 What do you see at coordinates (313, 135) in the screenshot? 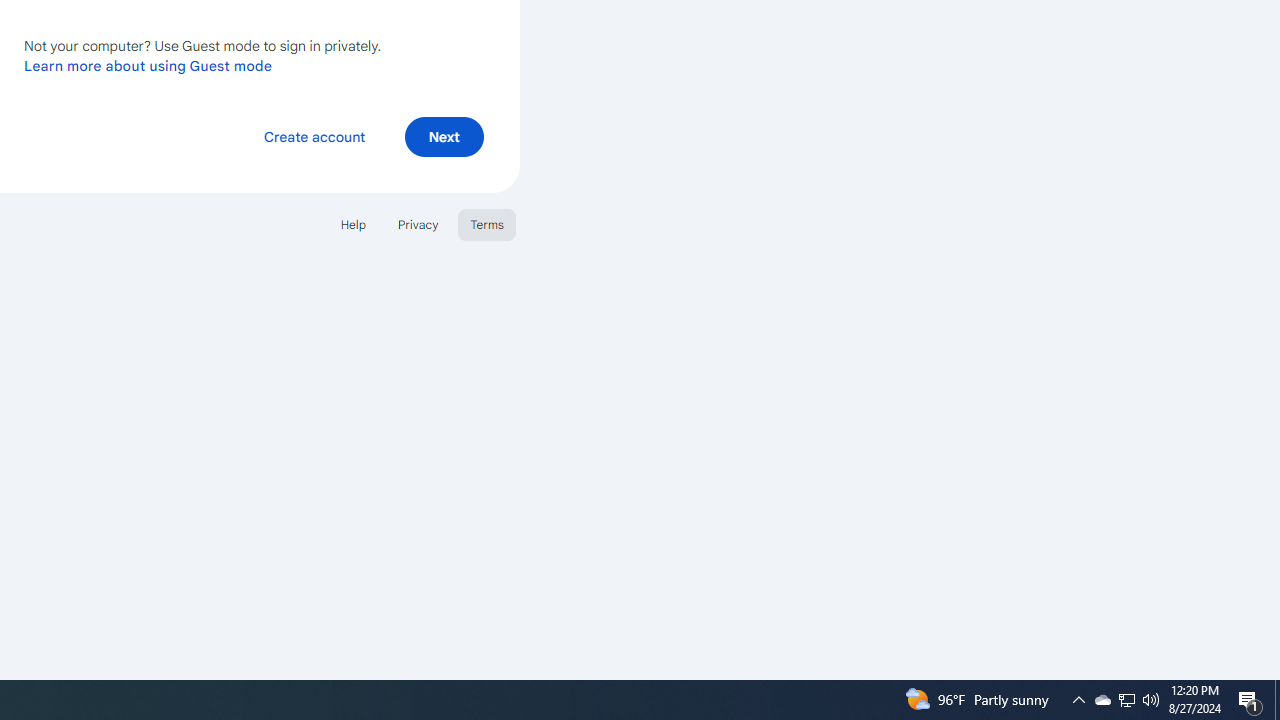
I see `'Create account'` at bounding box center [313, 135].